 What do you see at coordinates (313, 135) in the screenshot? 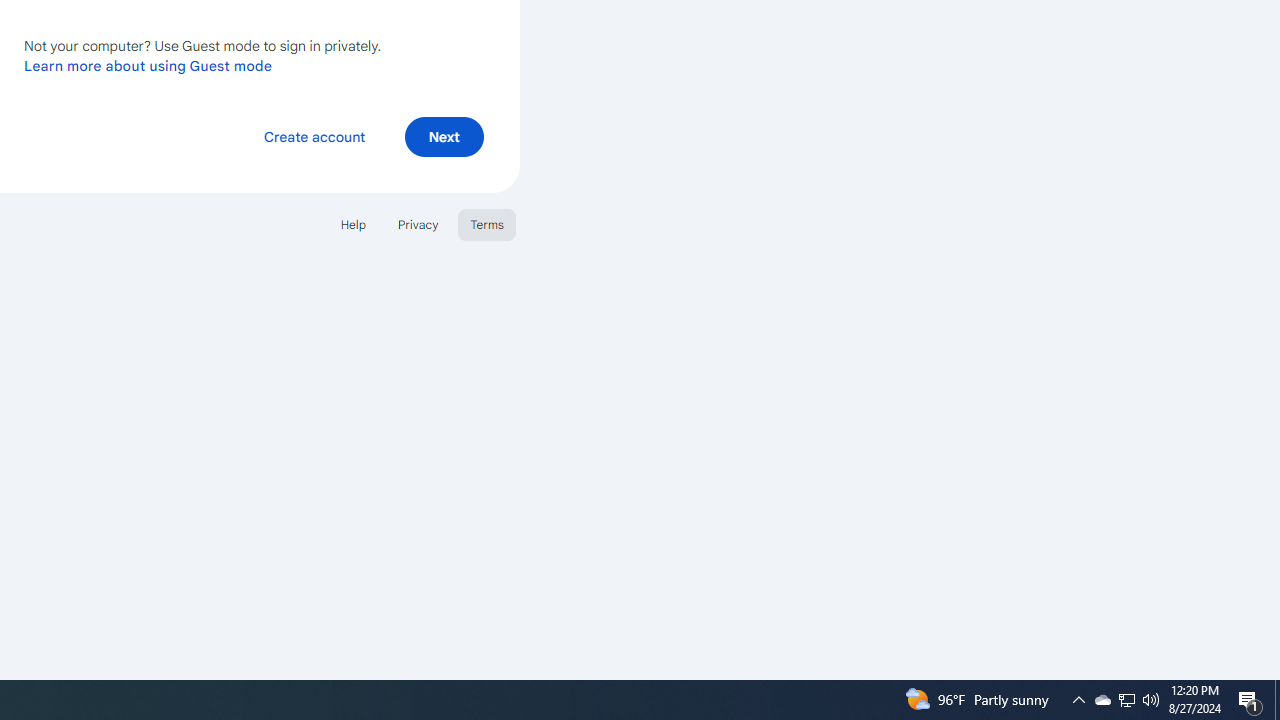
I see `'Create account'` at bounding box center [313, 135].